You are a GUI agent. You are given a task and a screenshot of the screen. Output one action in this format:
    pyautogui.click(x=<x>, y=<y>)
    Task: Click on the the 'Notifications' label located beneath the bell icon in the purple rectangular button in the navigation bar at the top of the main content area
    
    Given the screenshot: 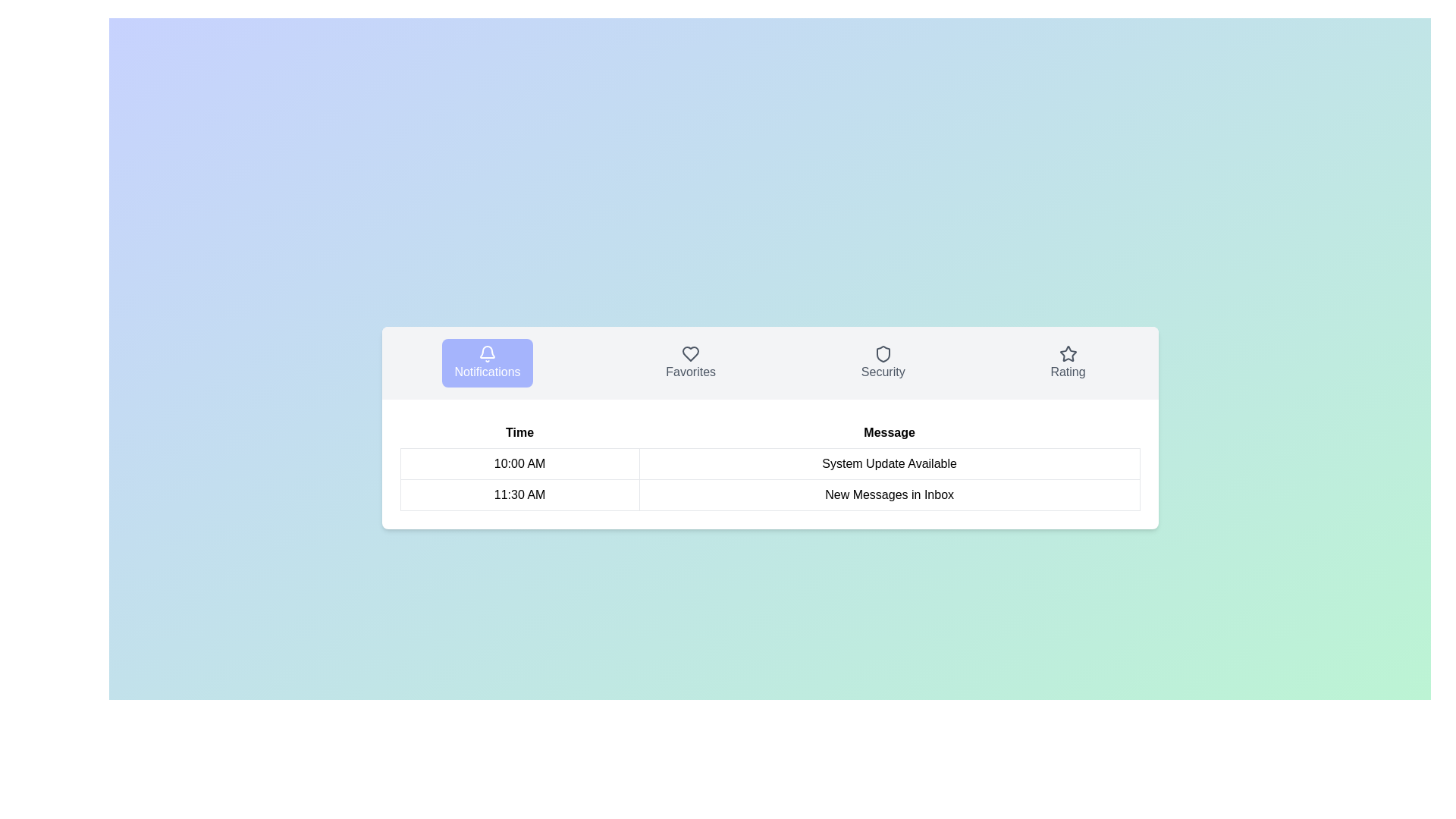 What is the action you would take?
    pyautogui.click(x=488, y=372)
    